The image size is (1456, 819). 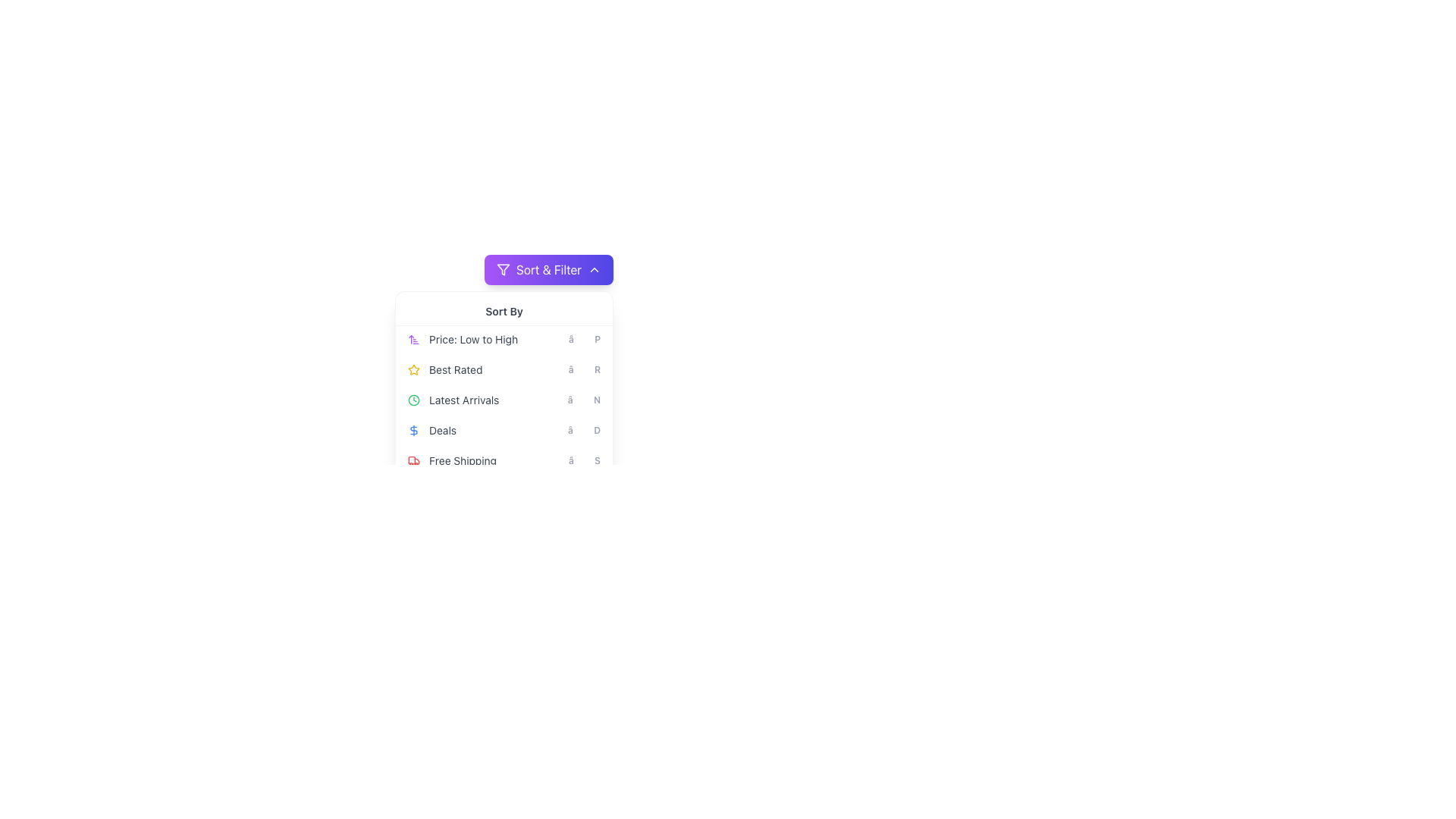 I want to click on the downward-pointing triangular filter icon located centrally within the purple 'Sort & Filter' button at the top of the interface, so click(x=503, y=268).